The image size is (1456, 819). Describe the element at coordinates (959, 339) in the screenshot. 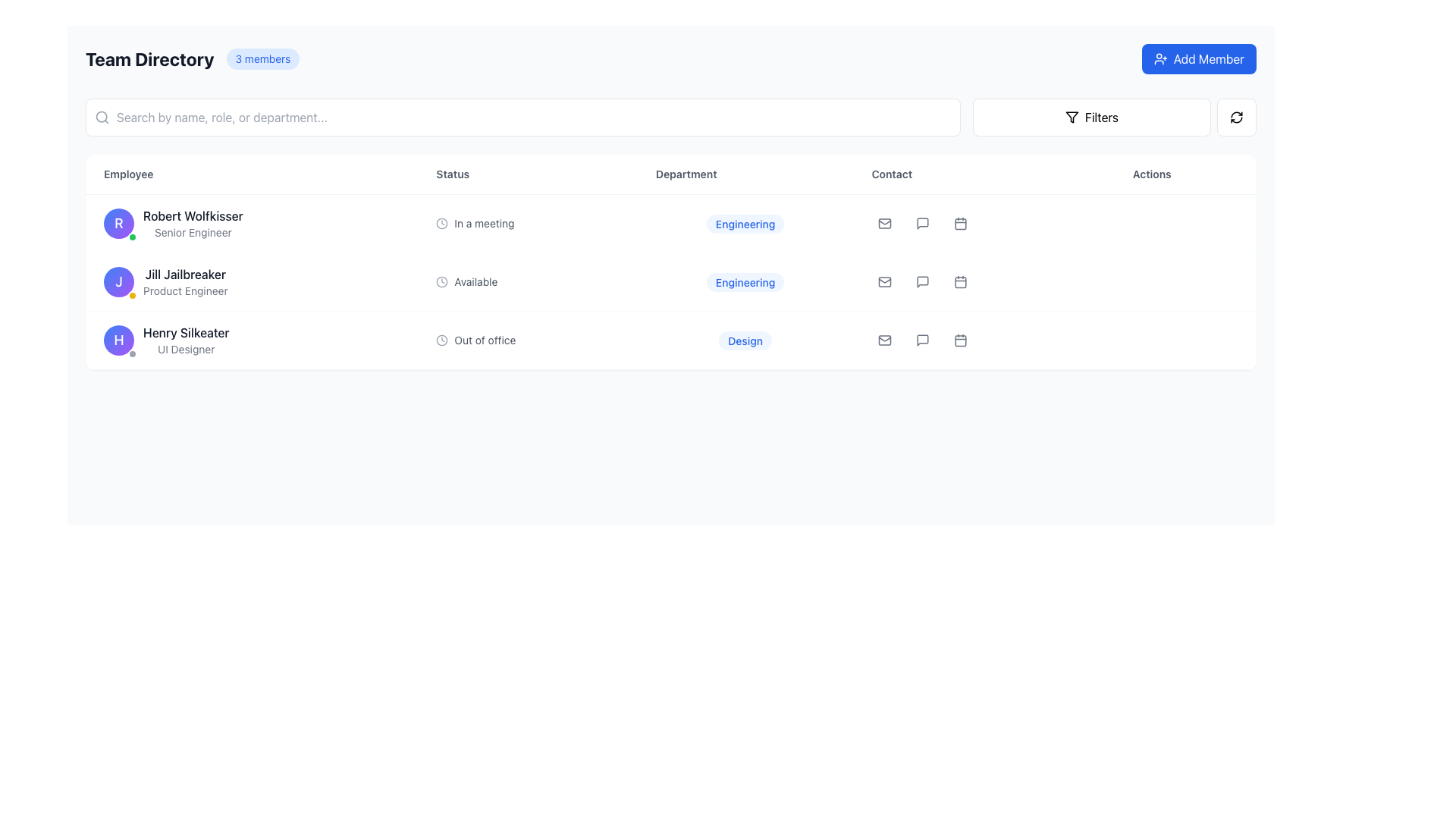

I see `the calendar icon button, which is the fourth interactive item under the 'Actions' column for employee Henry Silkeater` at that location.